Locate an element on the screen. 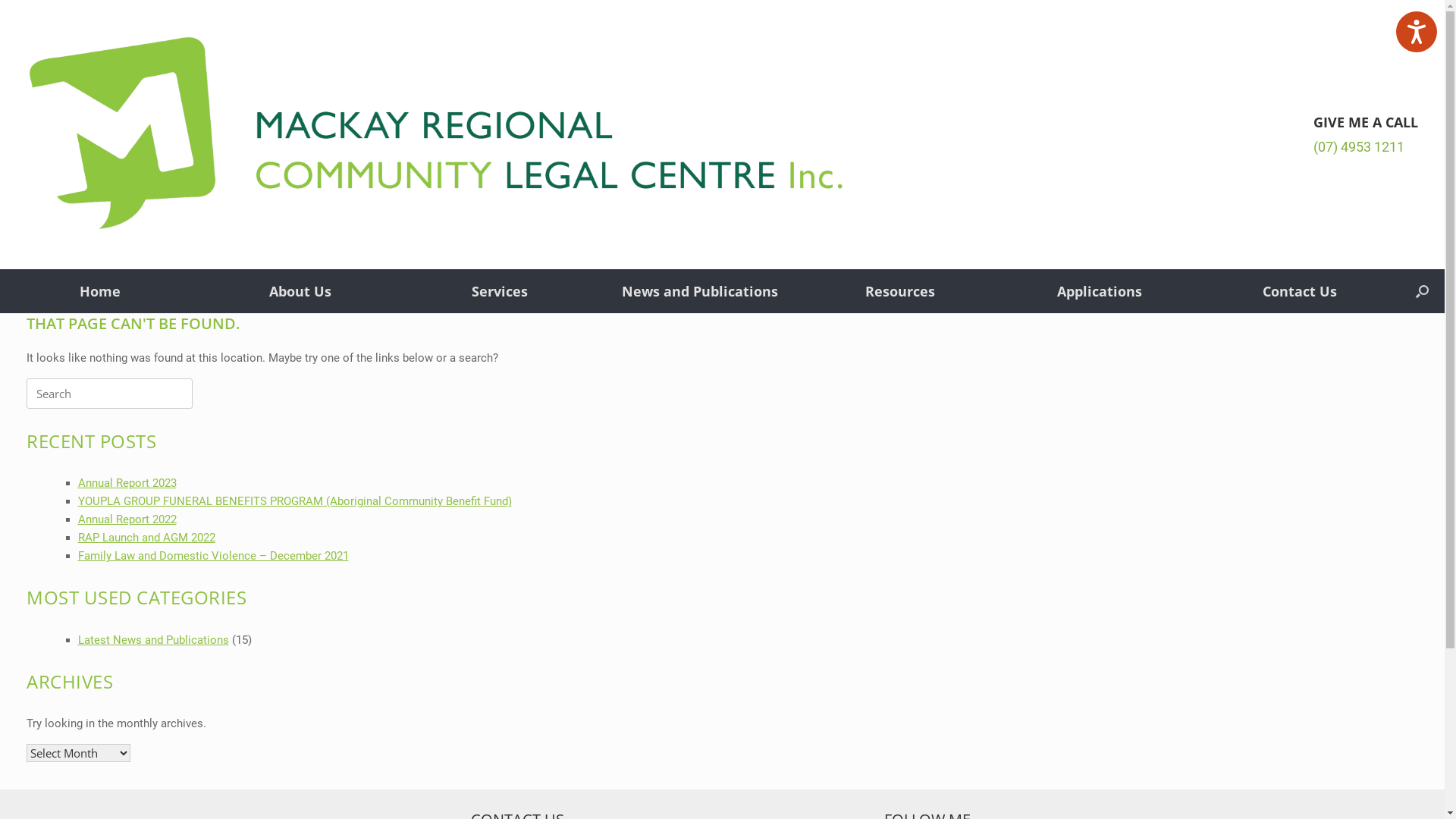 This screenshot has width=1456, height=819. 'Services' is located at coordinates (499, 291).